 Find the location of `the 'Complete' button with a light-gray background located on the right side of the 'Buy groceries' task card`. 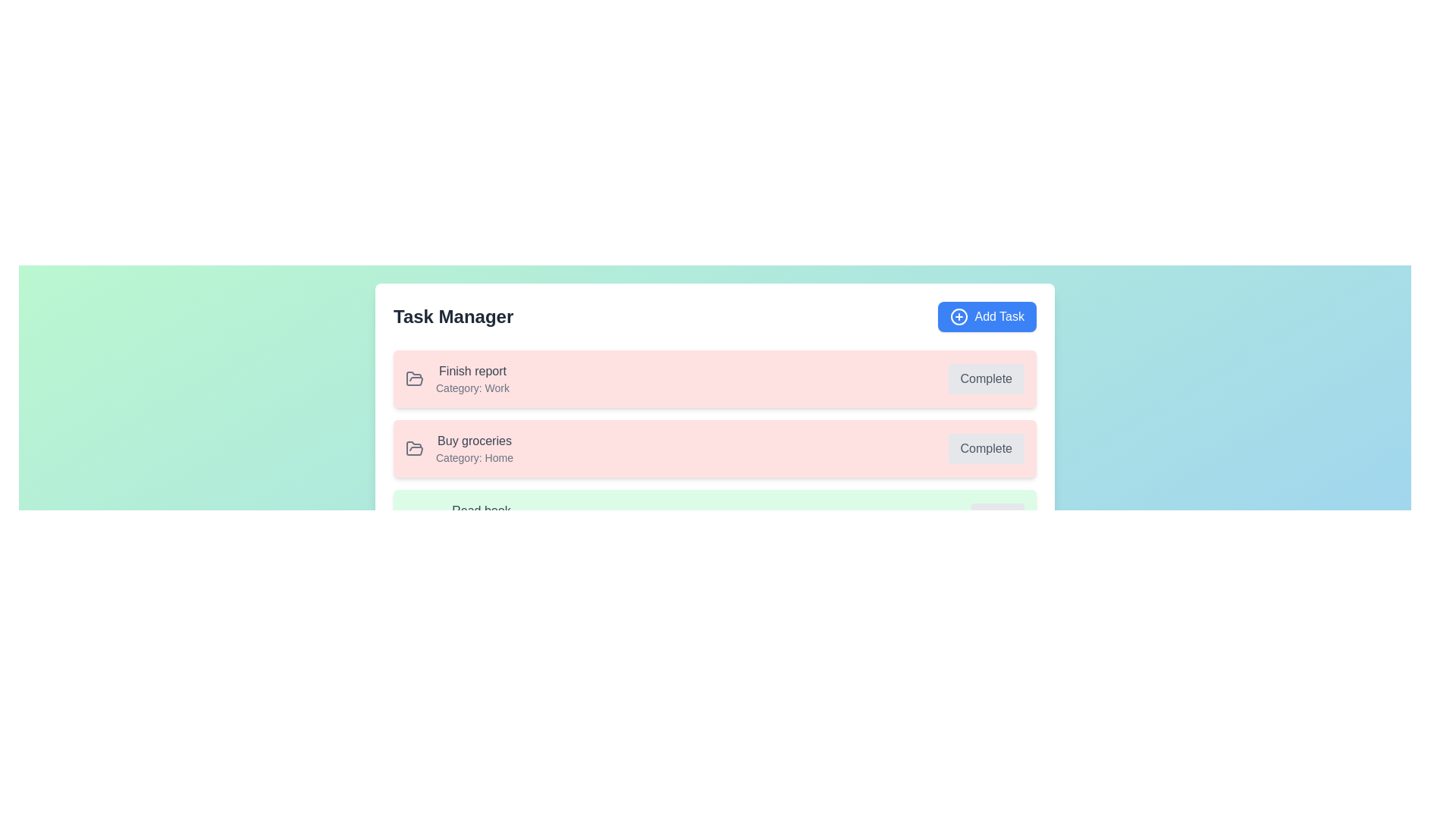

the 'Complete' button with a light-gray background located on the right side of the 'Buy groceries' task card is located at coordinates (986, 447).